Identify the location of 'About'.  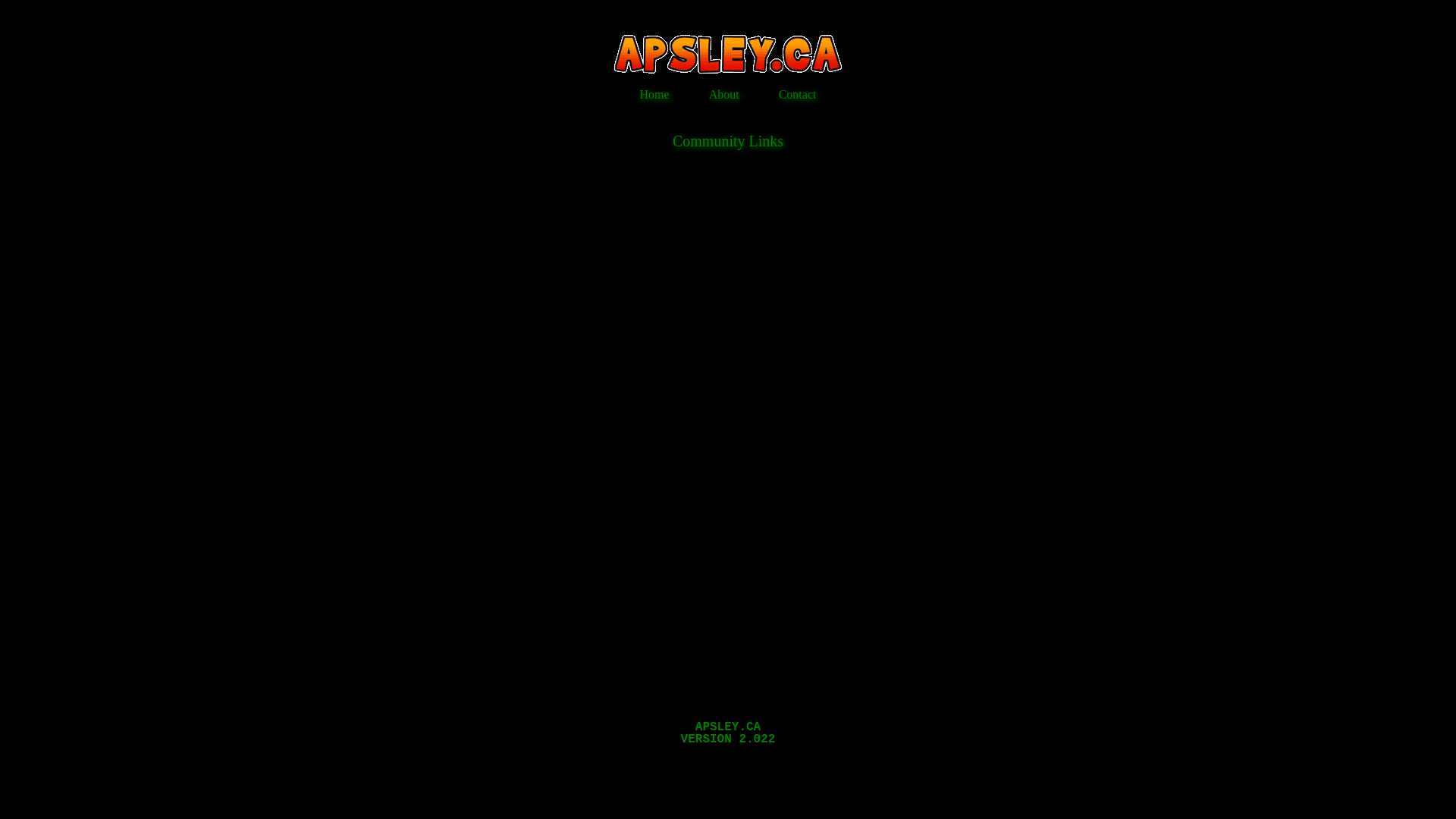
(723, 94).